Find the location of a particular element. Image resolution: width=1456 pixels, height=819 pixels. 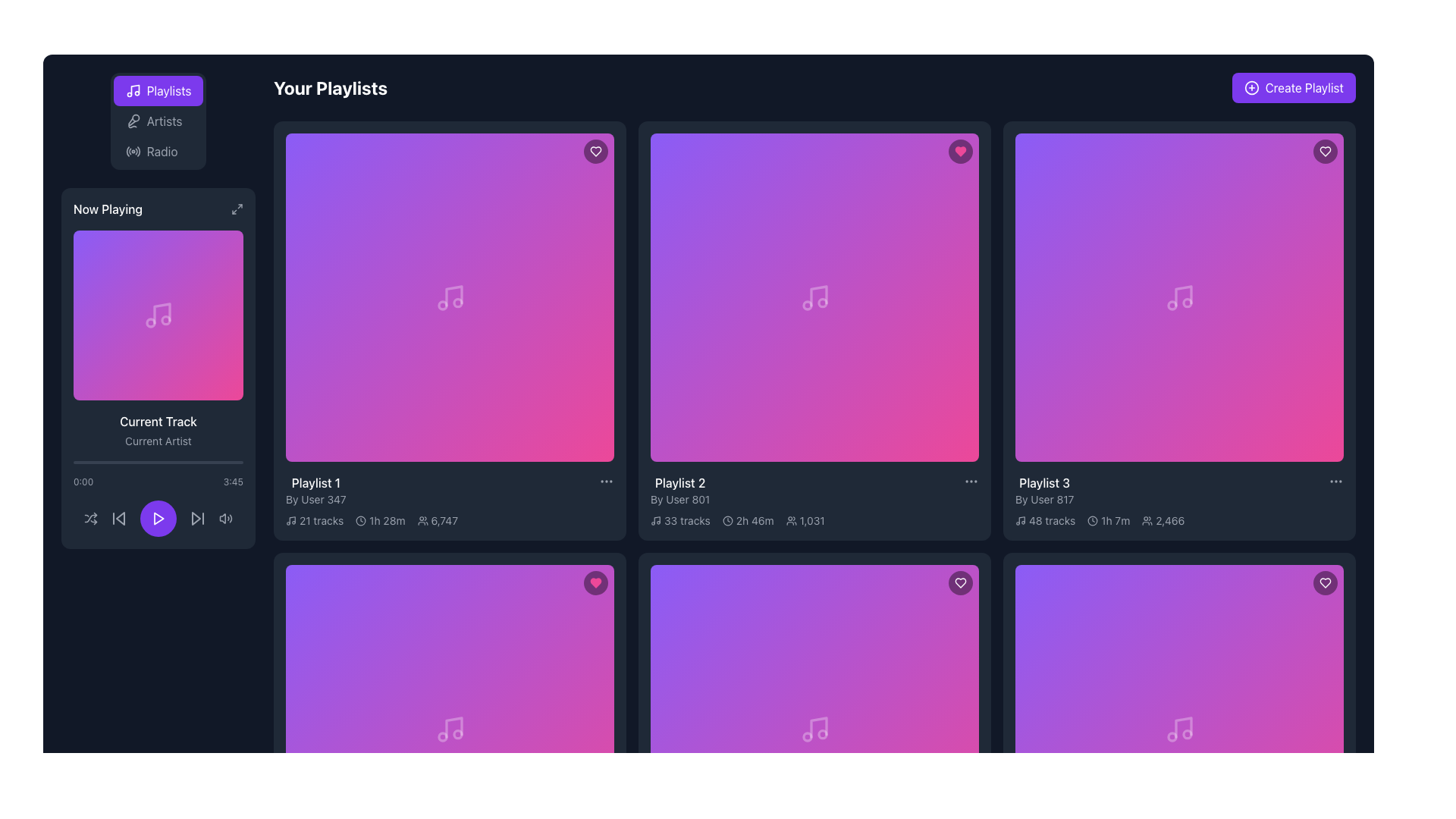

the primary vertical and angled line of the musical note icon, which visually represents a musical note within the SVG interface is located at coordinates (134, 89).